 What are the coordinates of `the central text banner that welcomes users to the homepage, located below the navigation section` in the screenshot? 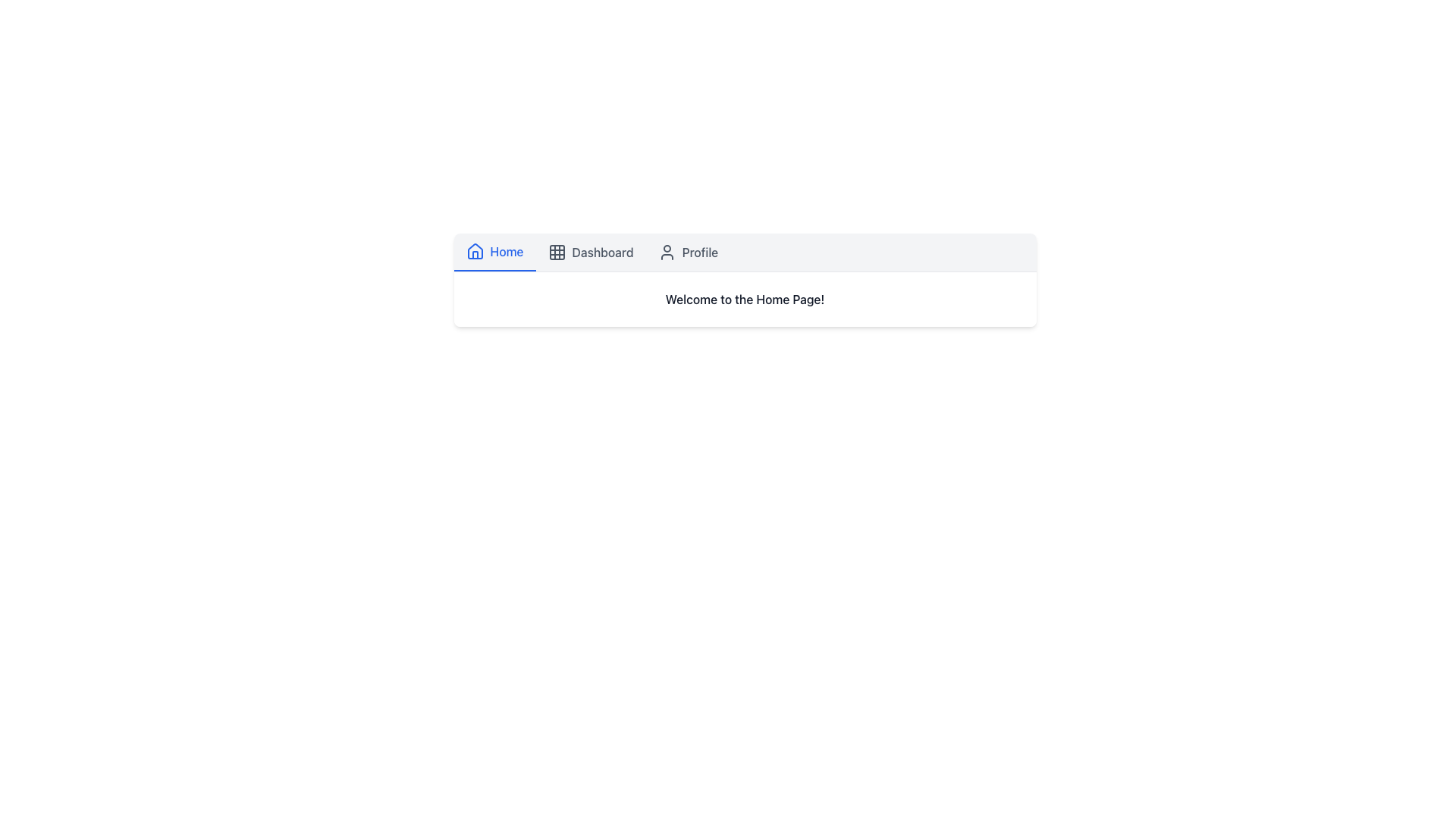 It's located at (745, 299).